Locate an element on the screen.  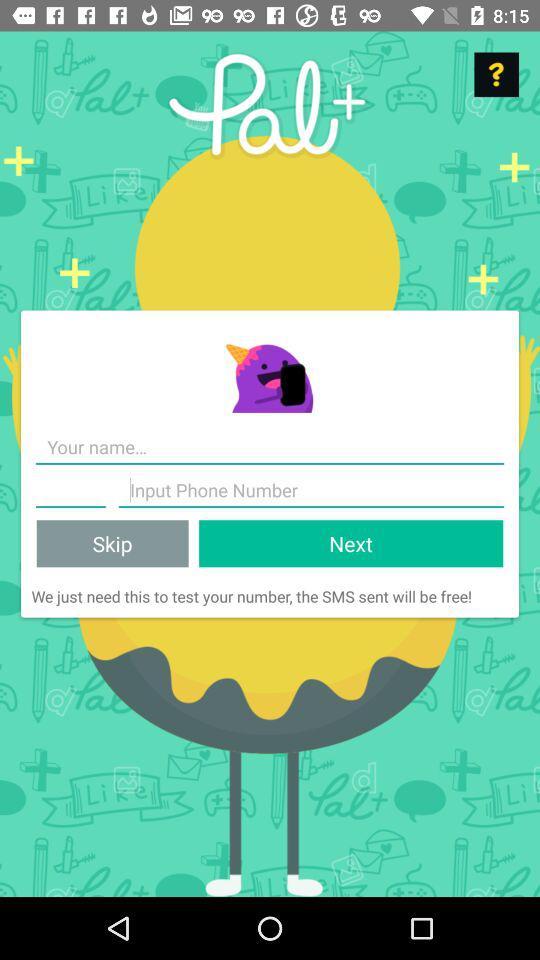
name option is located at coordinates (69, 489).